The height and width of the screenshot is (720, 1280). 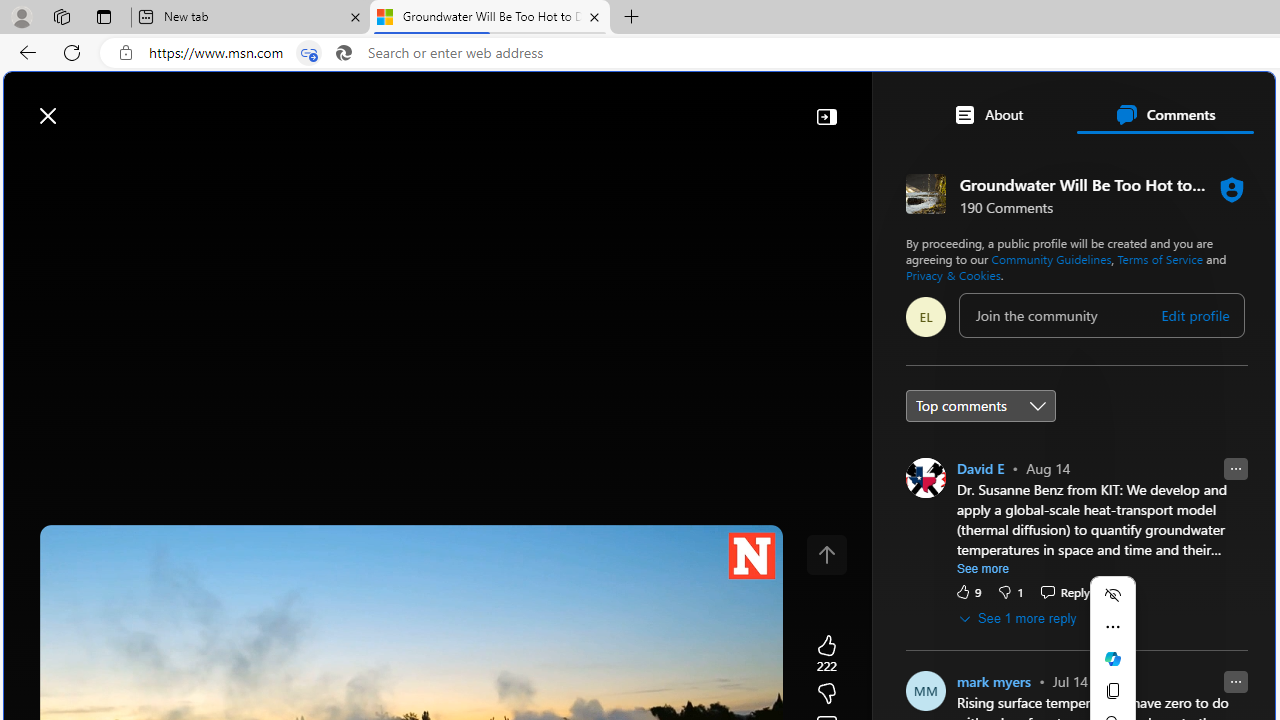 What do you see at coordinates (1165, 114) in the screenshot?
I see `'Comments'` at bounding box center [1165, 114].